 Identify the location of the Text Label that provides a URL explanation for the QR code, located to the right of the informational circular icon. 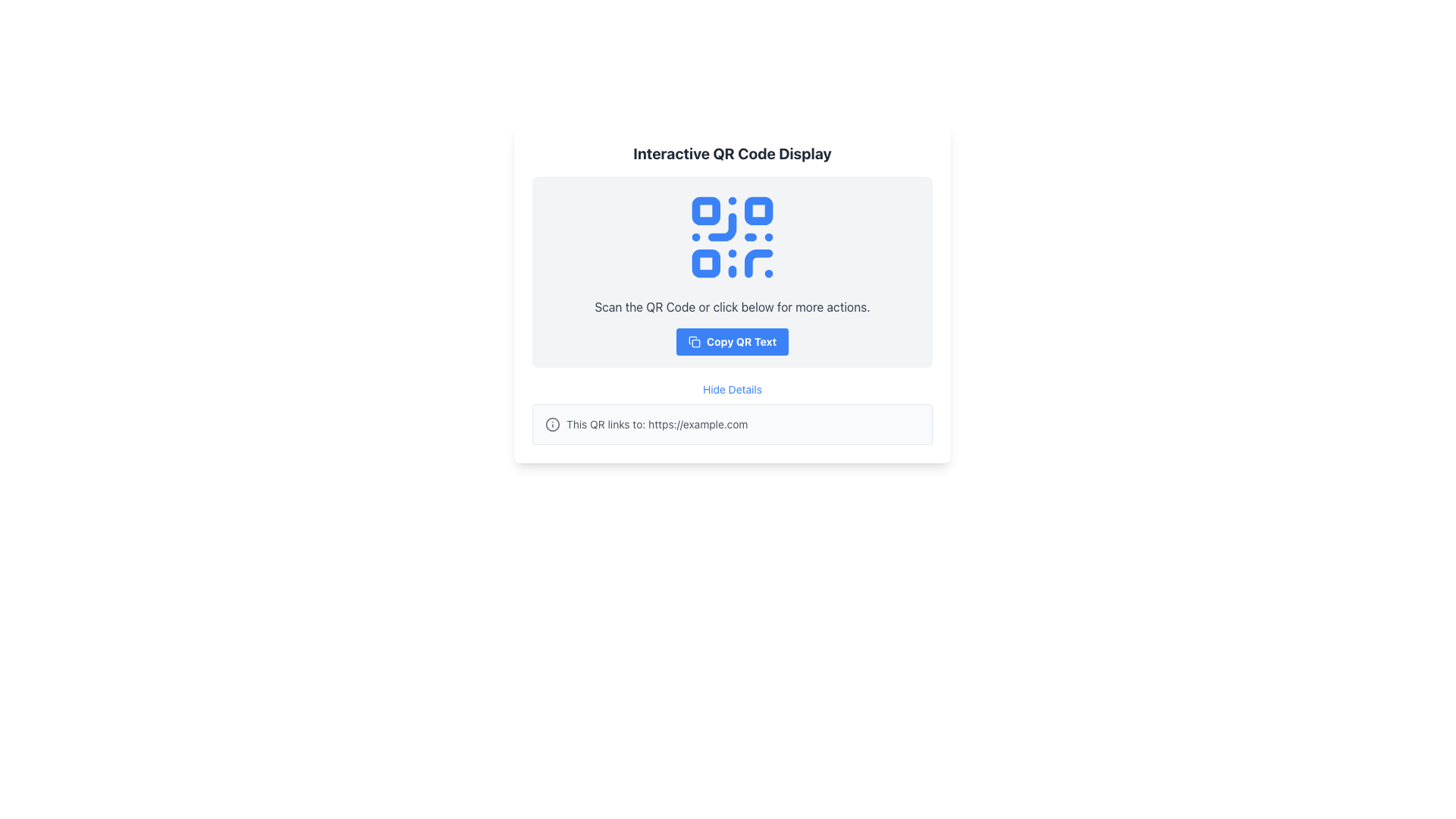
(657, 424).